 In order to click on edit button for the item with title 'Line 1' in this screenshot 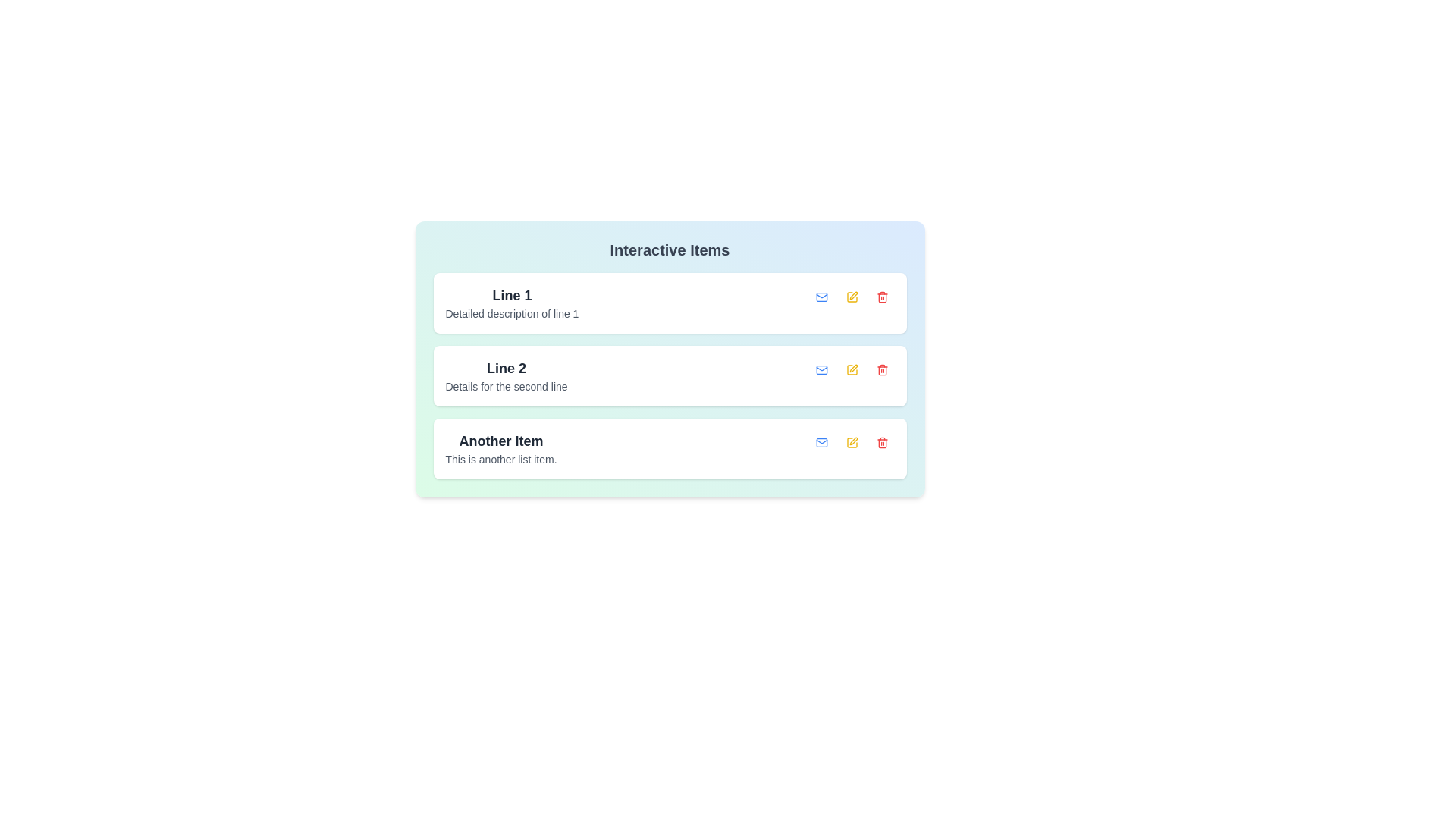, I will do `click(852, 297)`.